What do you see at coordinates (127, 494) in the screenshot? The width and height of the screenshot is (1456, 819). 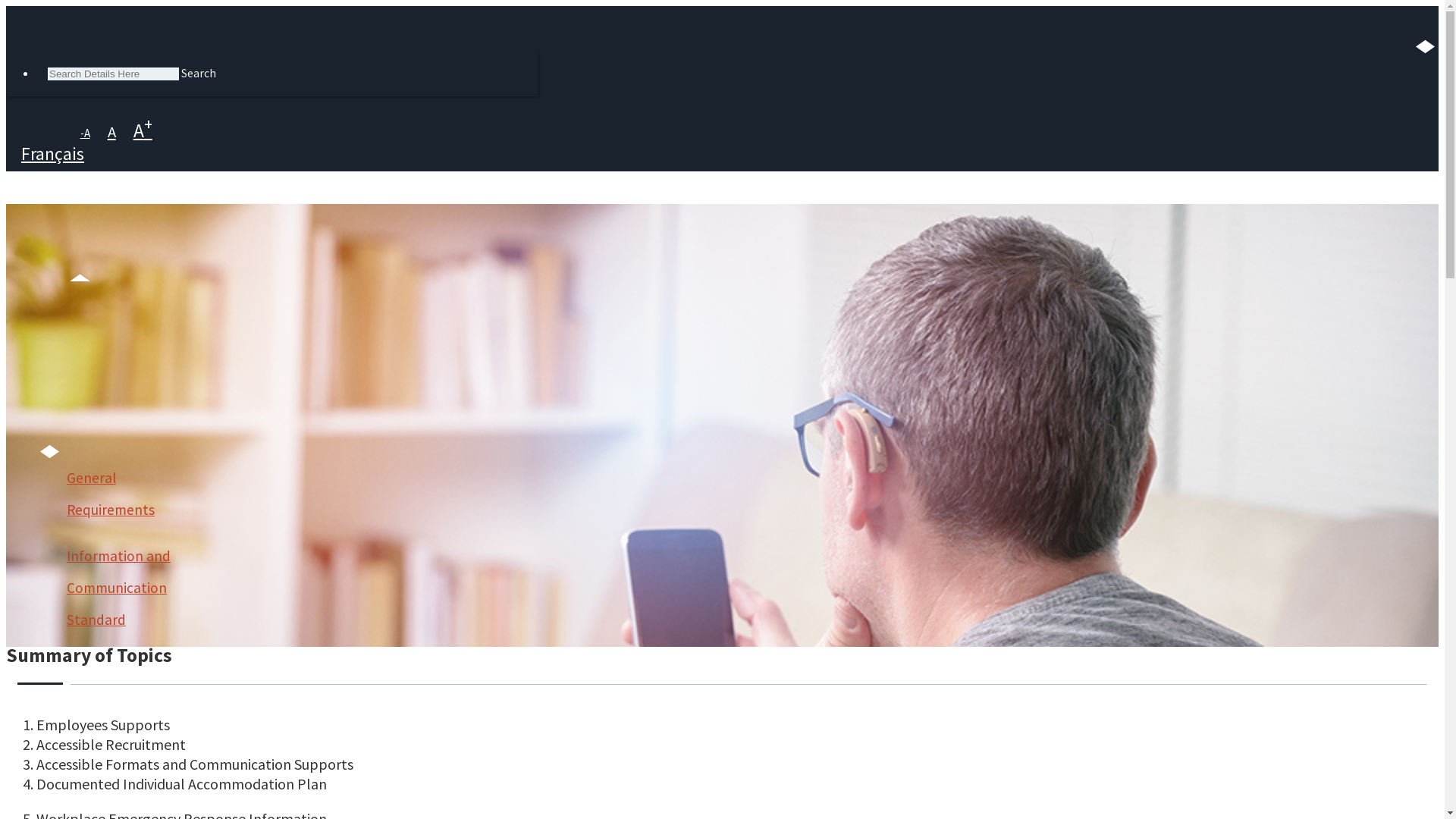 I see `'General Requirements'` at bounding box center [127, 494].